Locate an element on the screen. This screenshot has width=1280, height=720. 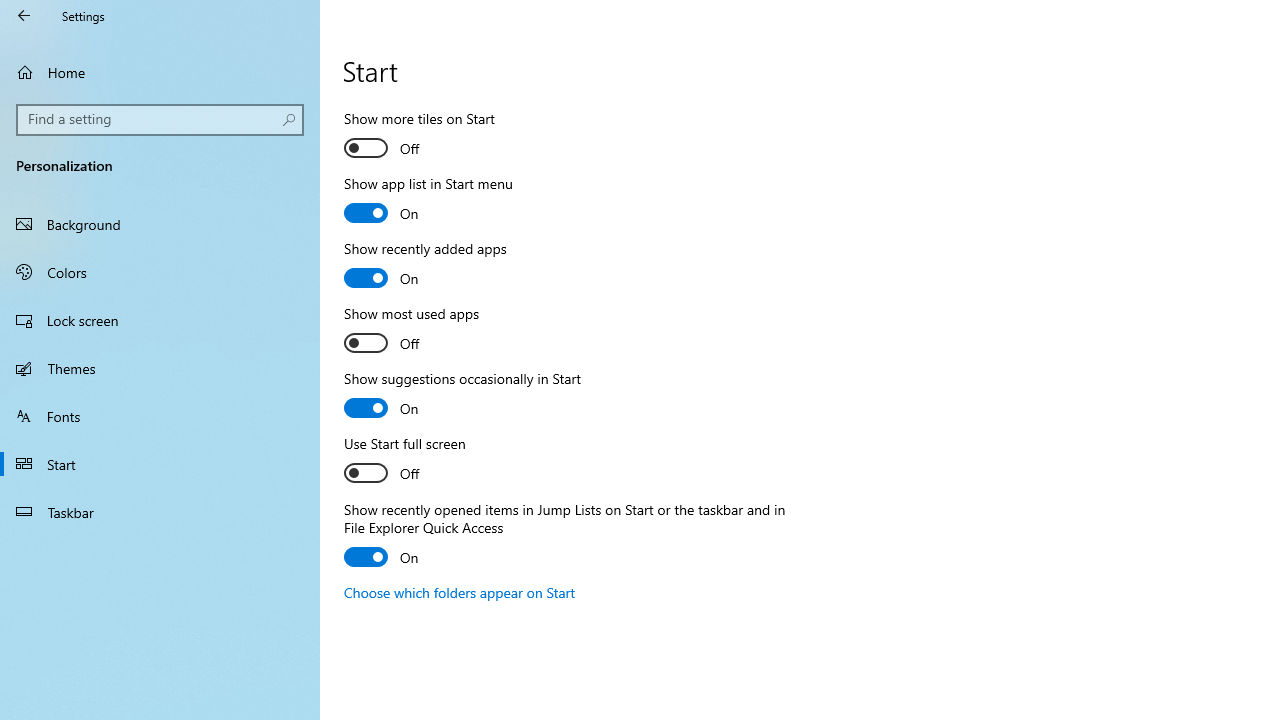
'Use Start full screen' is located at coordinates (416, 461).